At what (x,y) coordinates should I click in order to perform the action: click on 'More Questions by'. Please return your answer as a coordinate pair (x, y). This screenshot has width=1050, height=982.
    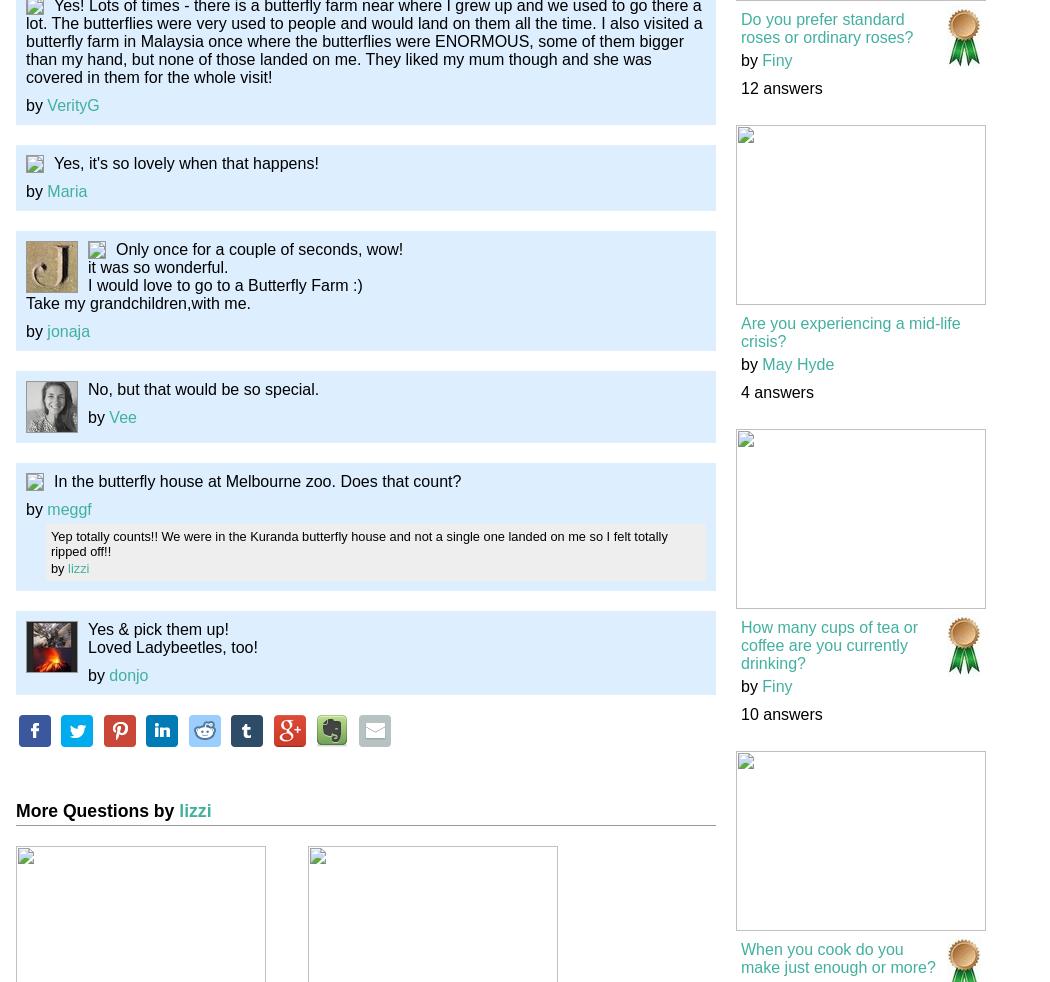
    Looking at the image, I should click on (97, 809).